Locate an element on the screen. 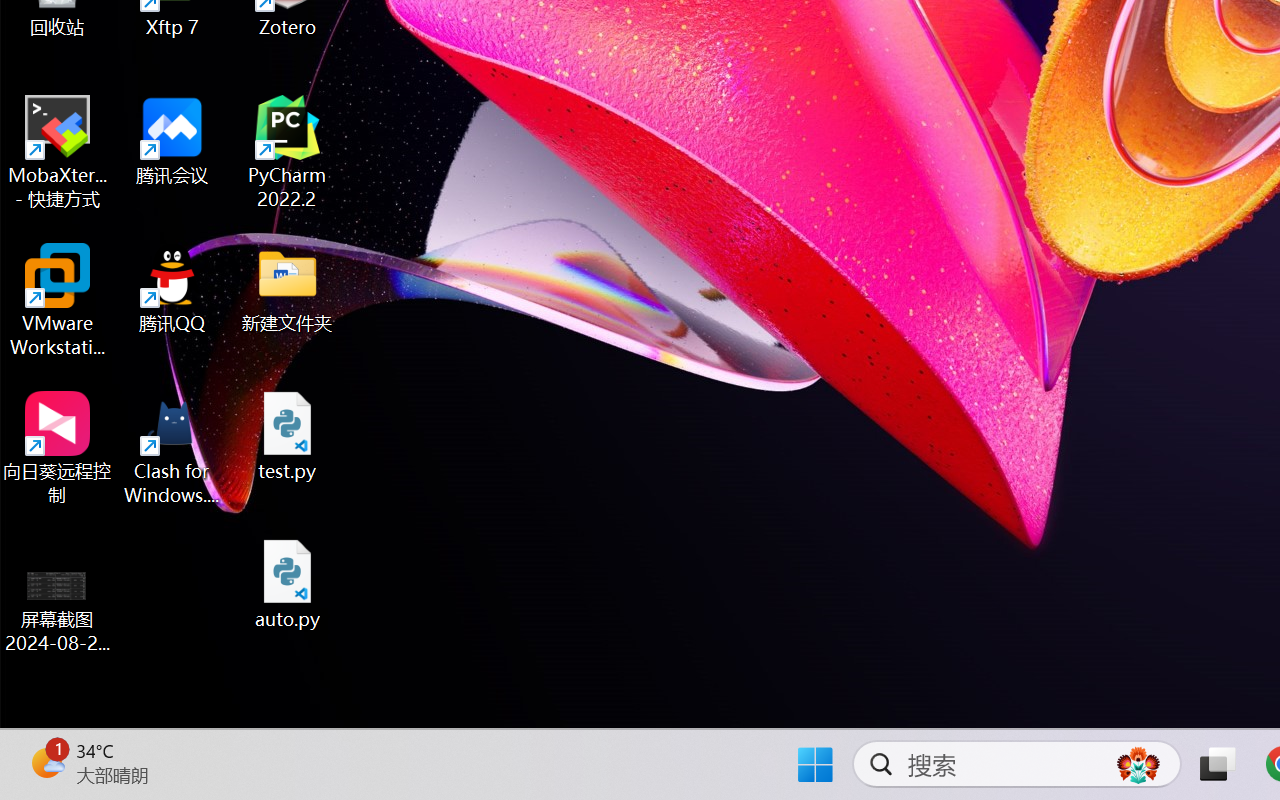  'auto.py' is located at coordinates (287, 583).